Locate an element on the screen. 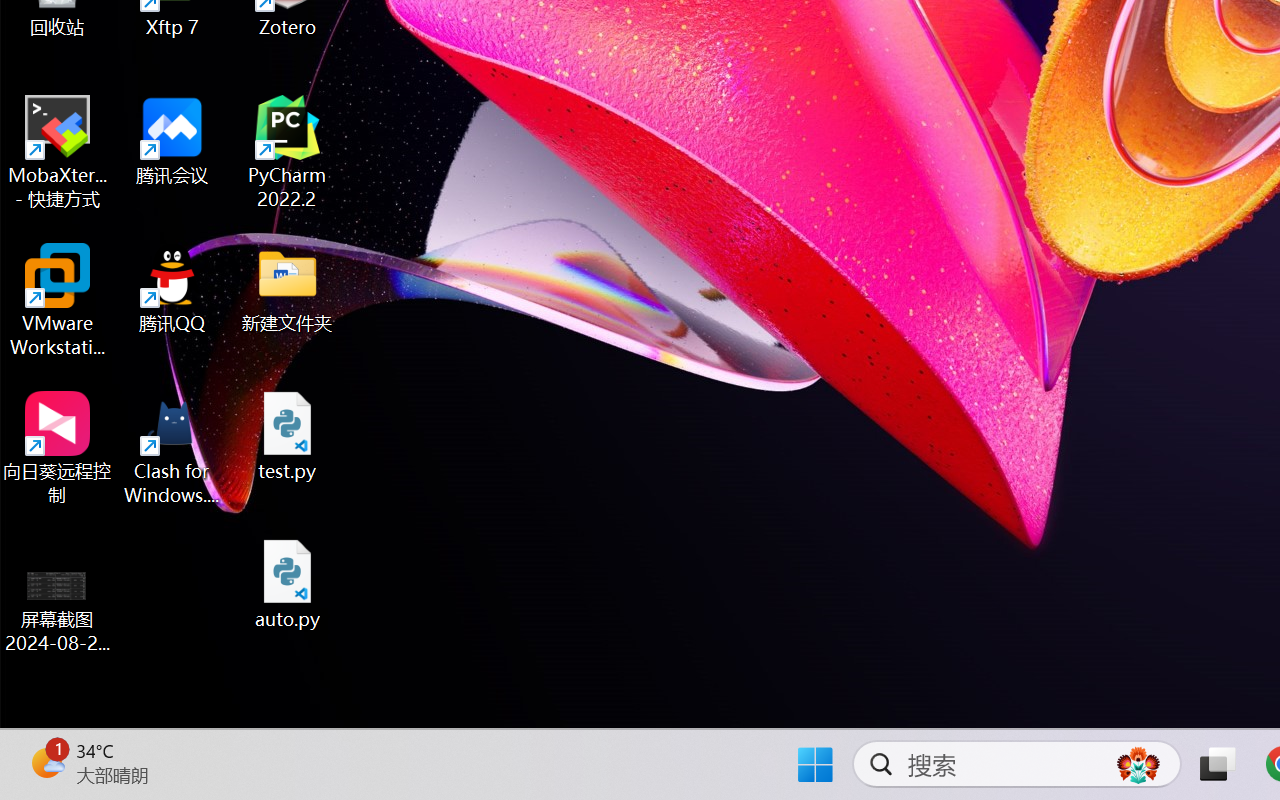  'auto.py' is located at coordinates (287, 583).